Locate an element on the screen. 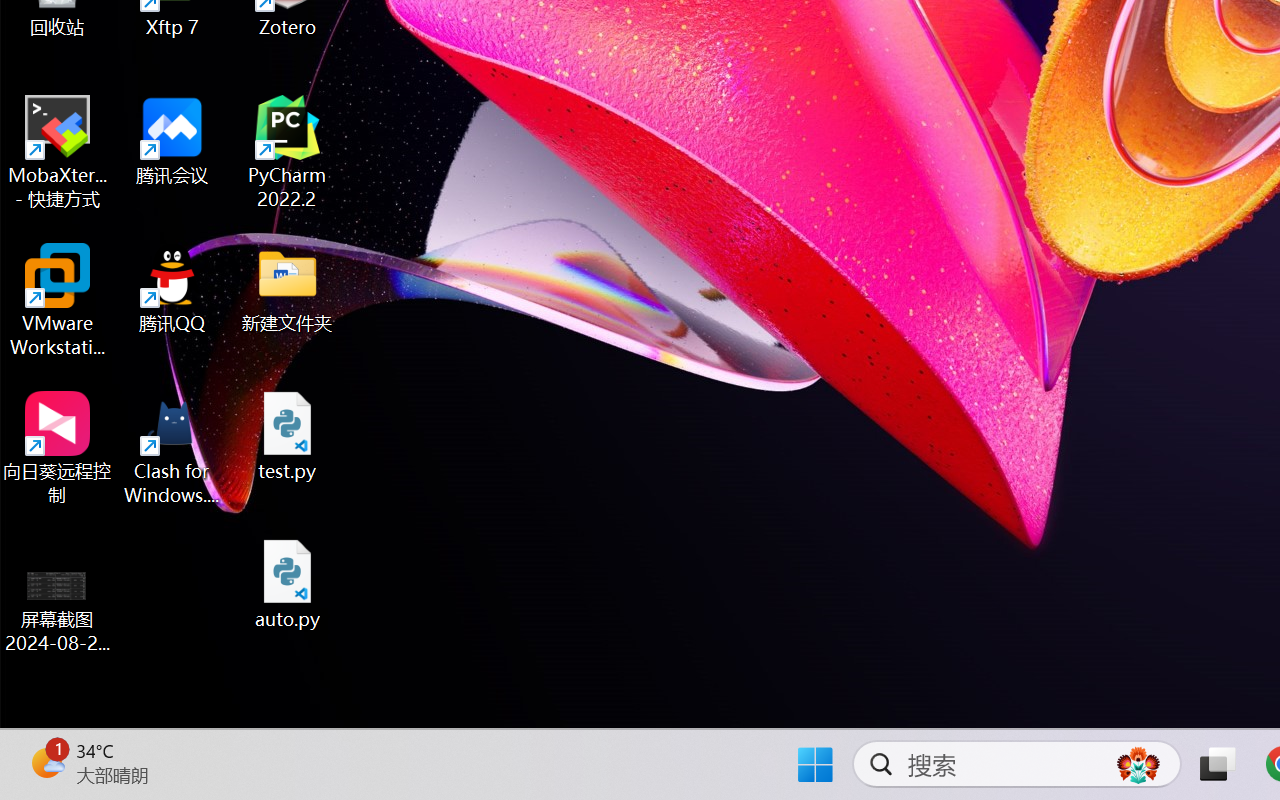  'auto.py' is located at coordinates (287, 583).